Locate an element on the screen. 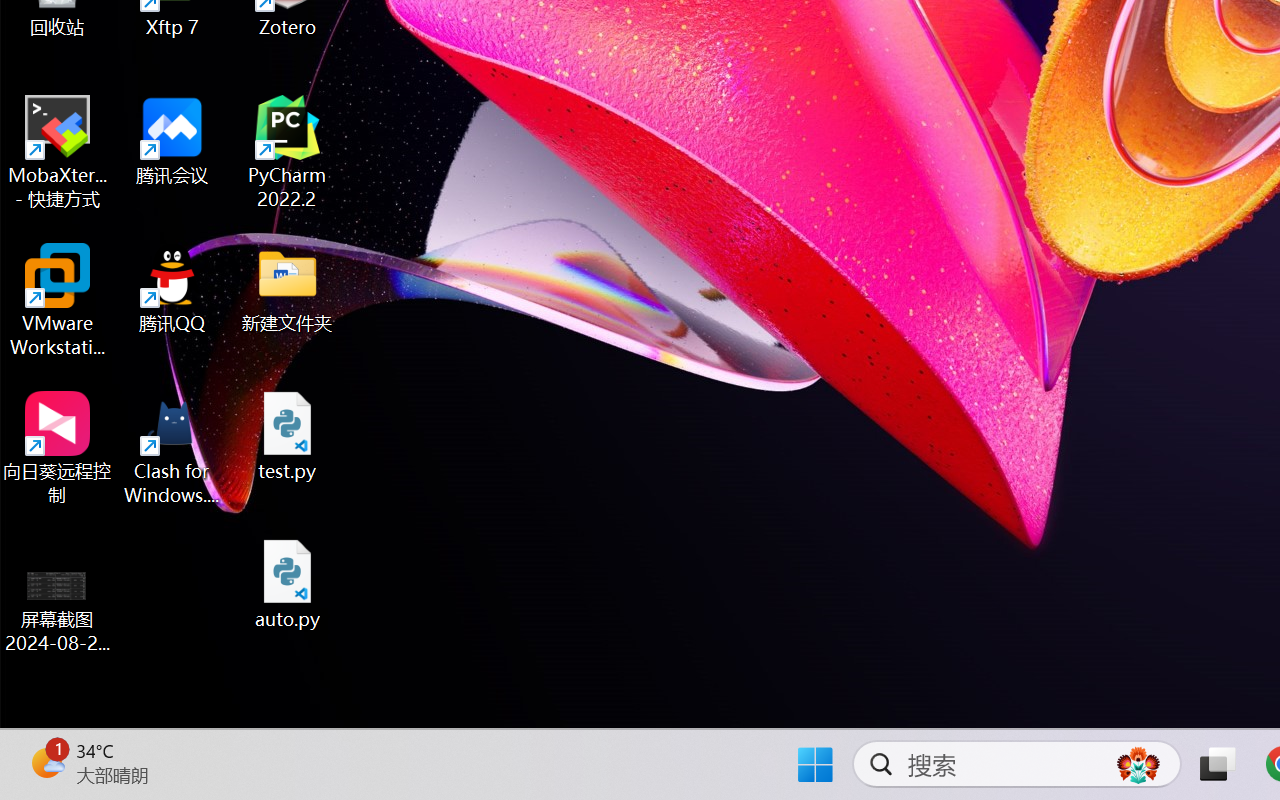  'auto.py' is located at coordinates (287, 583).